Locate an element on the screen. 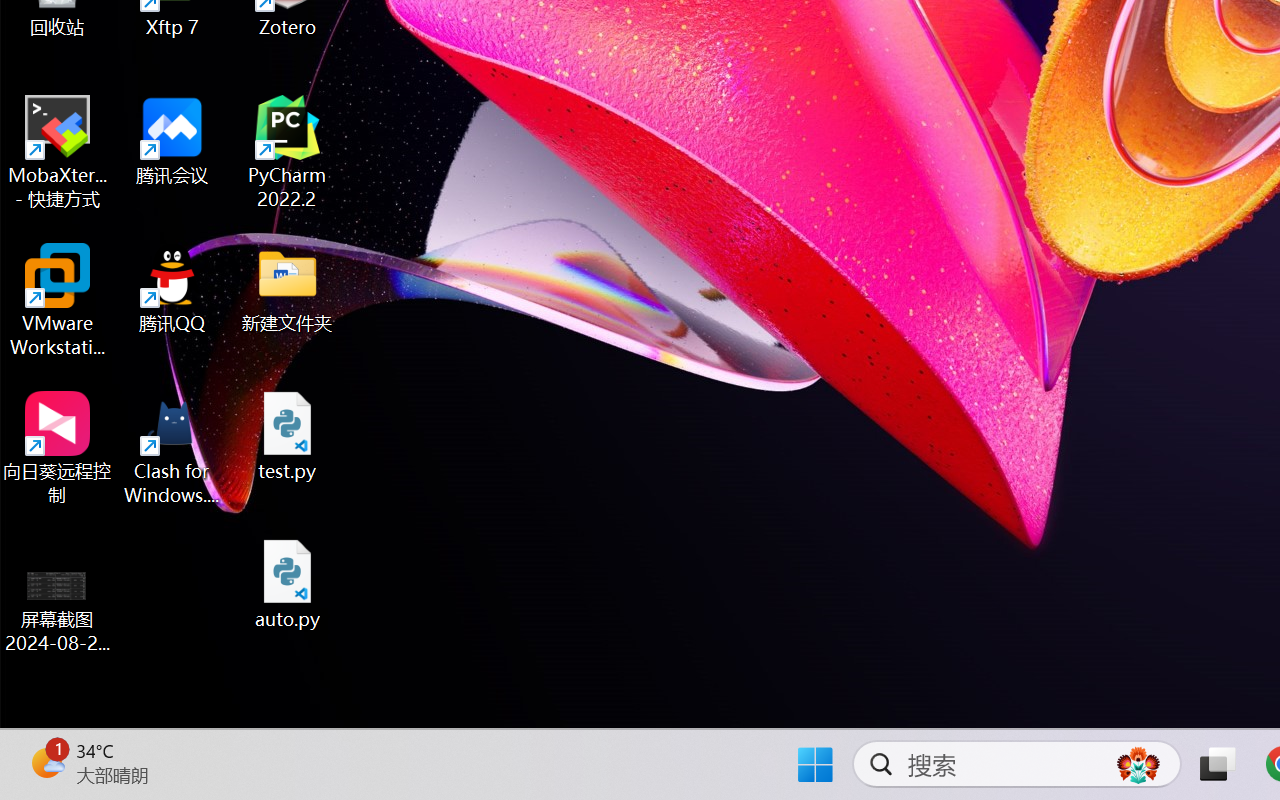  'auto.py' is located at coordinates (287, 583).